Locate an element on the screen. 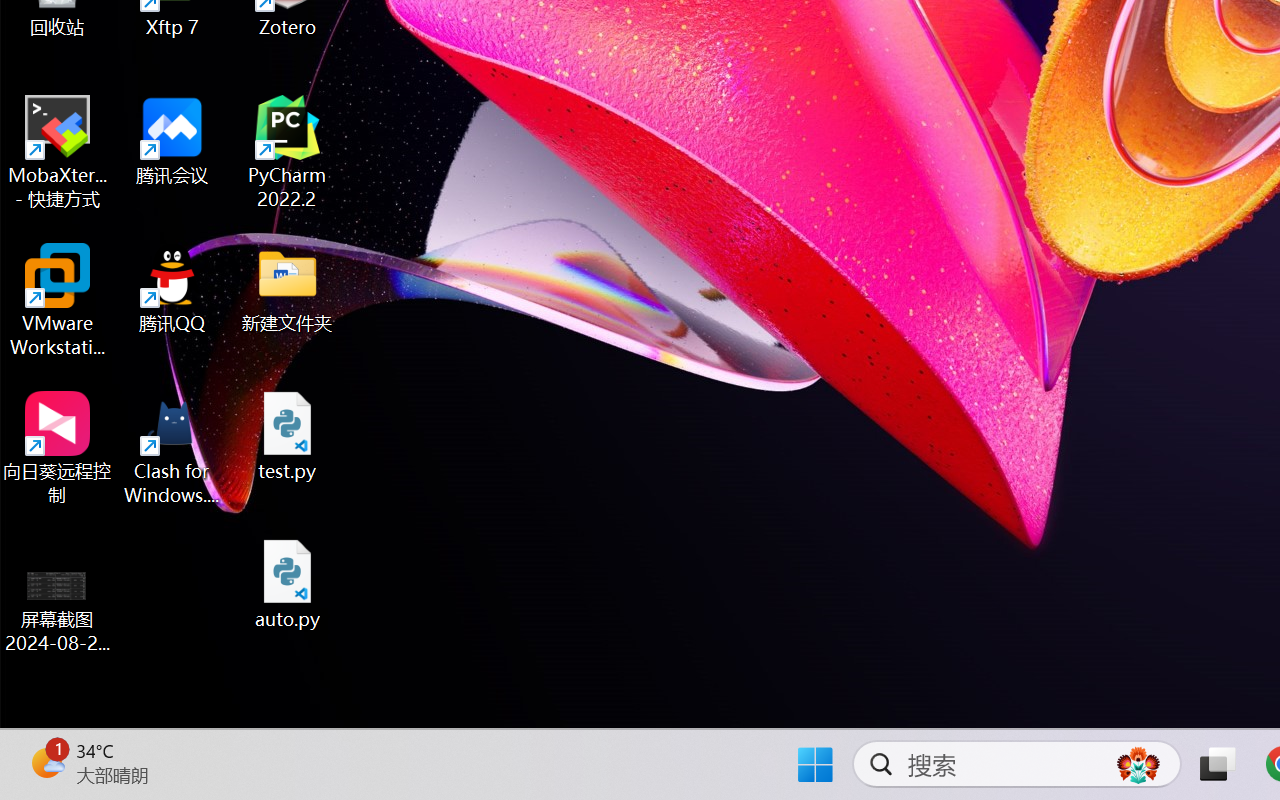  'auto.py' is located at coordinates (287, 583).